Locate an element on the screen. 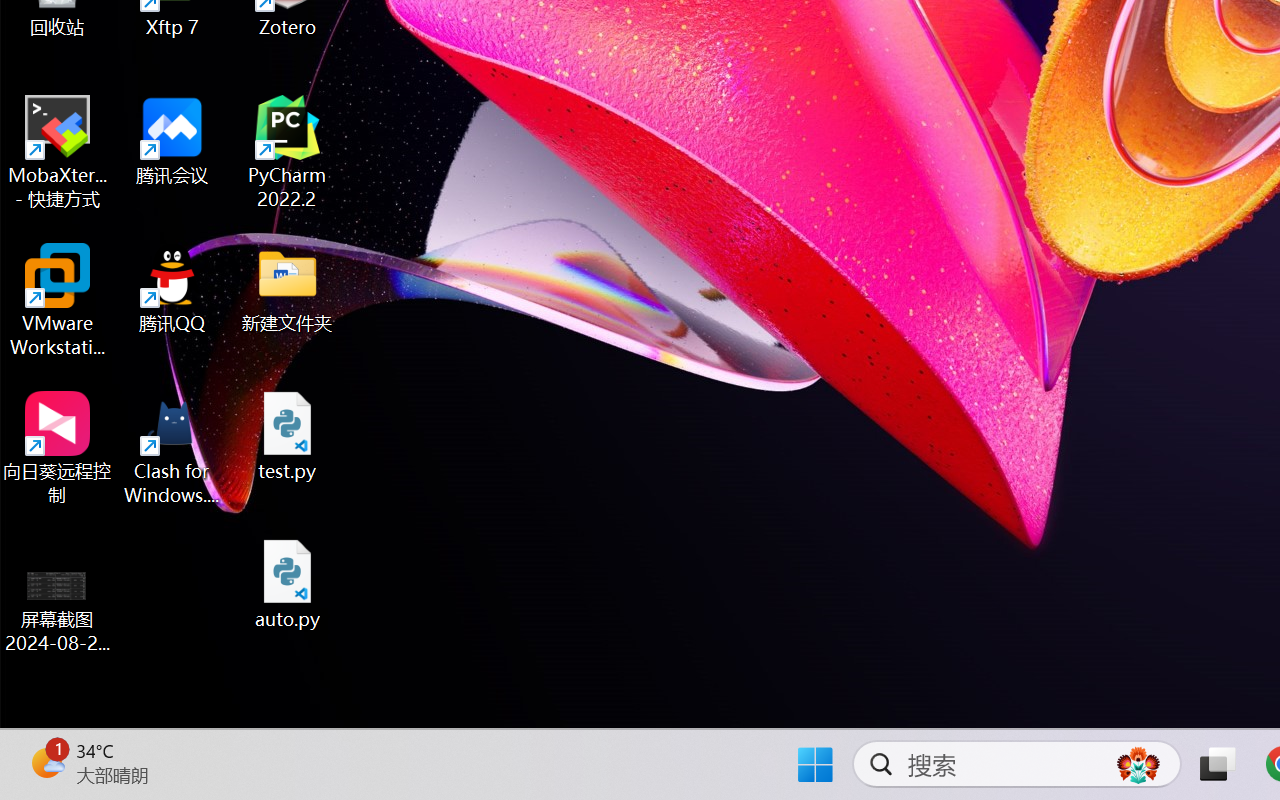  'auto.py' is located at coordinates (287, 583).